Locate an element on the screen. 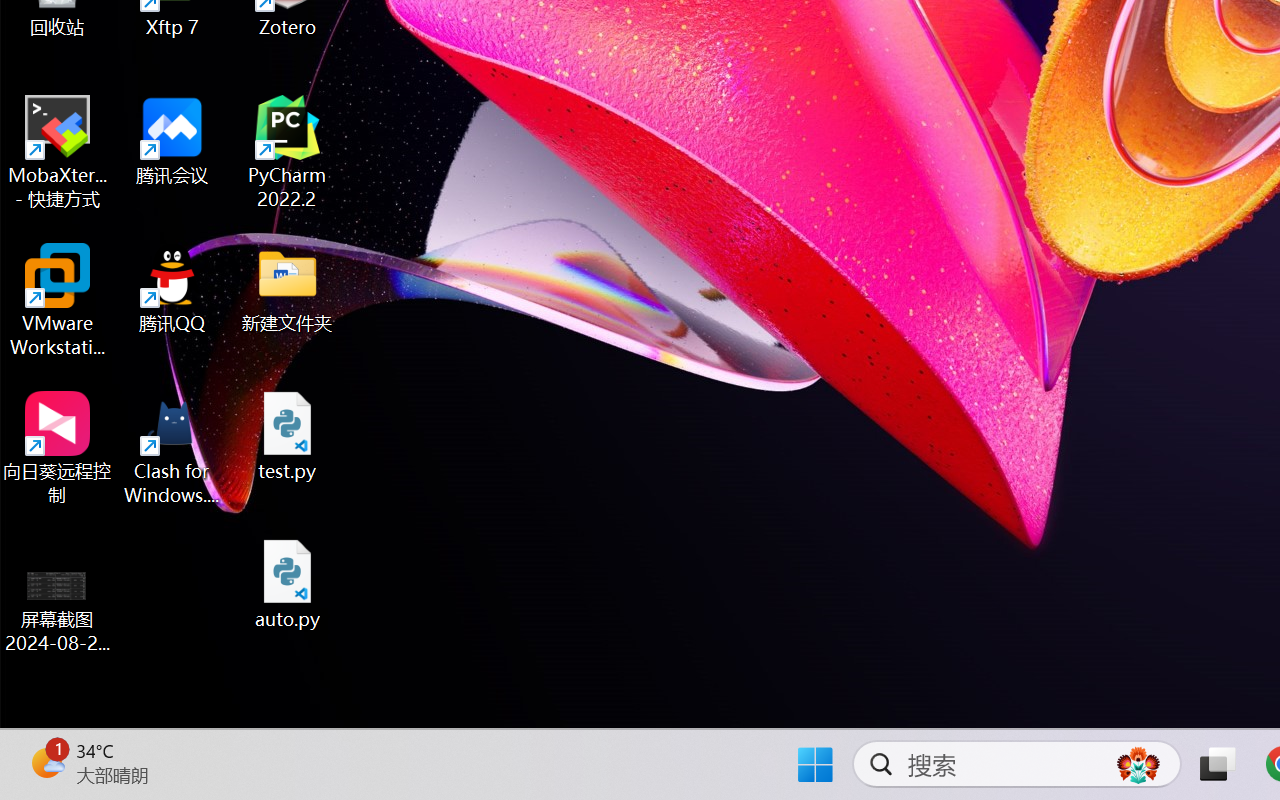  'auto.py' is located at coordinates (287, 583).